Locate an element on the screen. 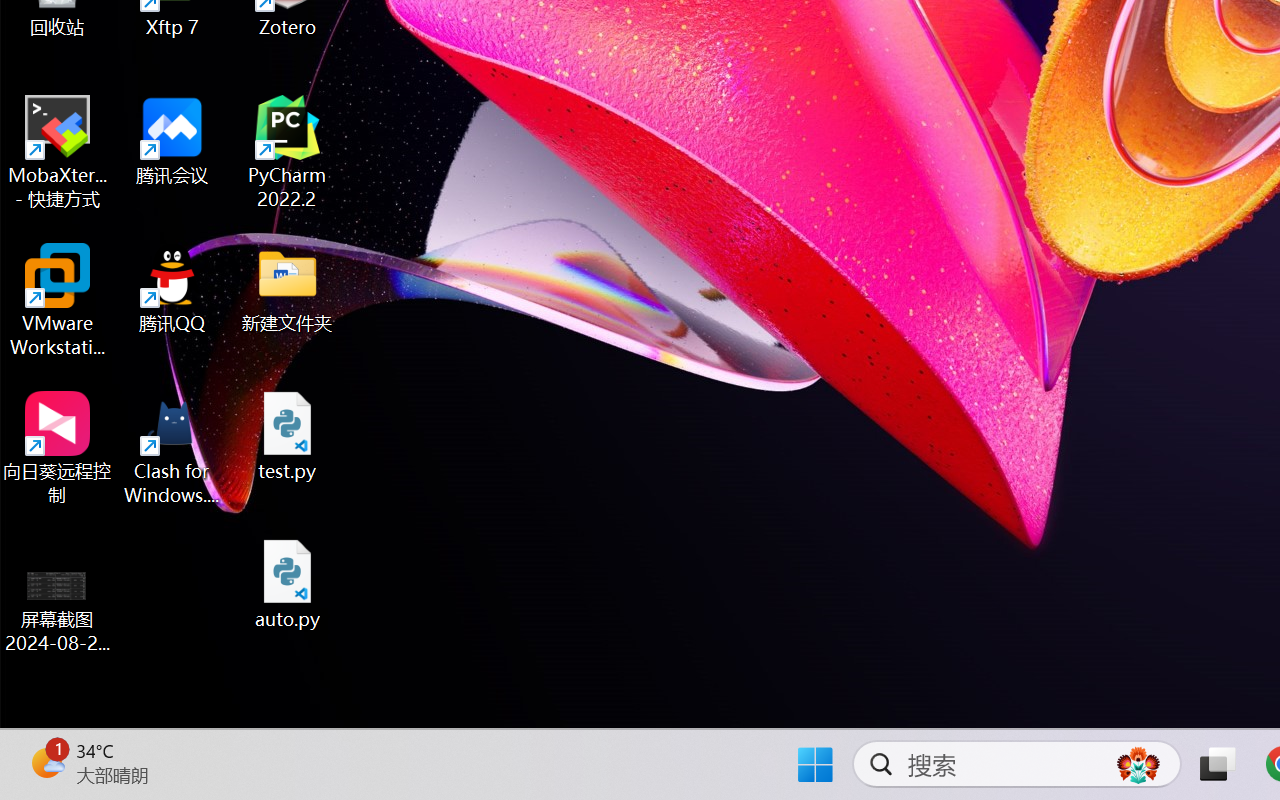  'auto.py' is located at coordinates (287, 583).